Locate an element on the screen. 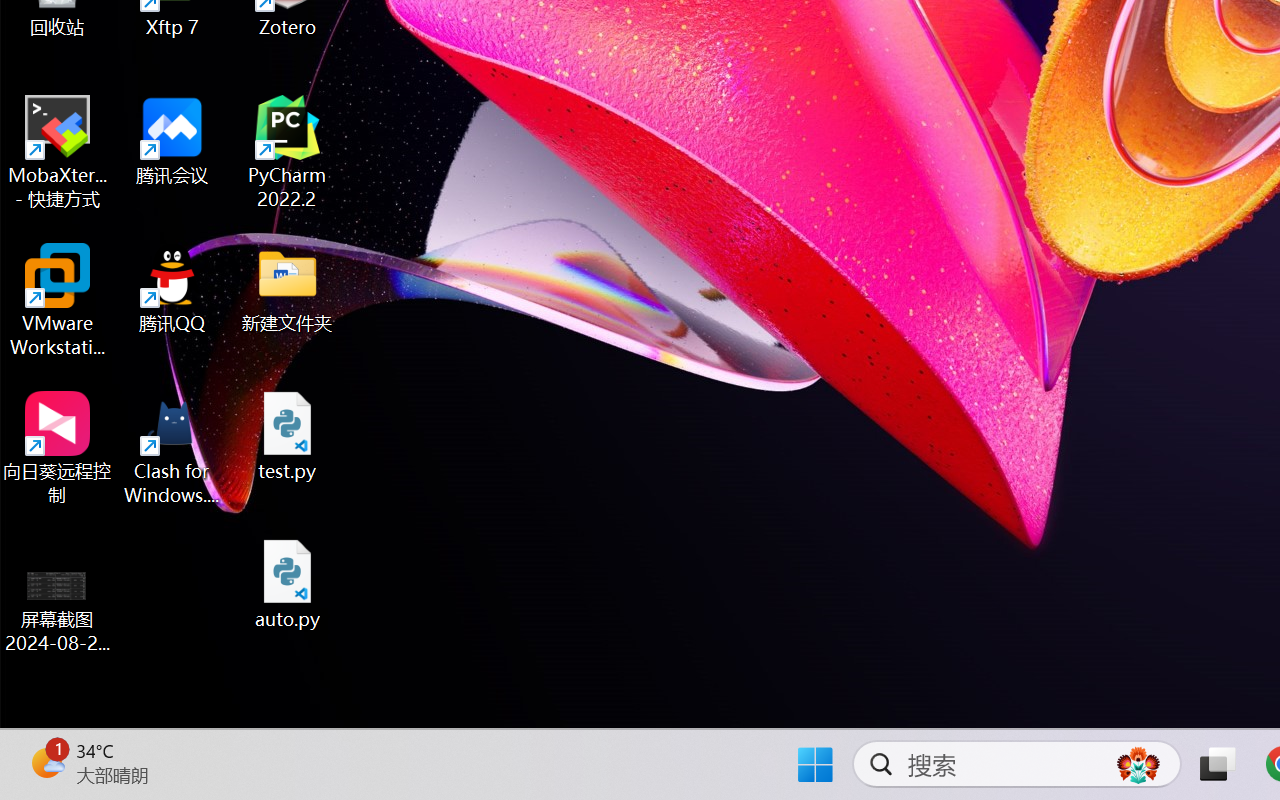  'auto.py' is located at coordinates (287, 583).